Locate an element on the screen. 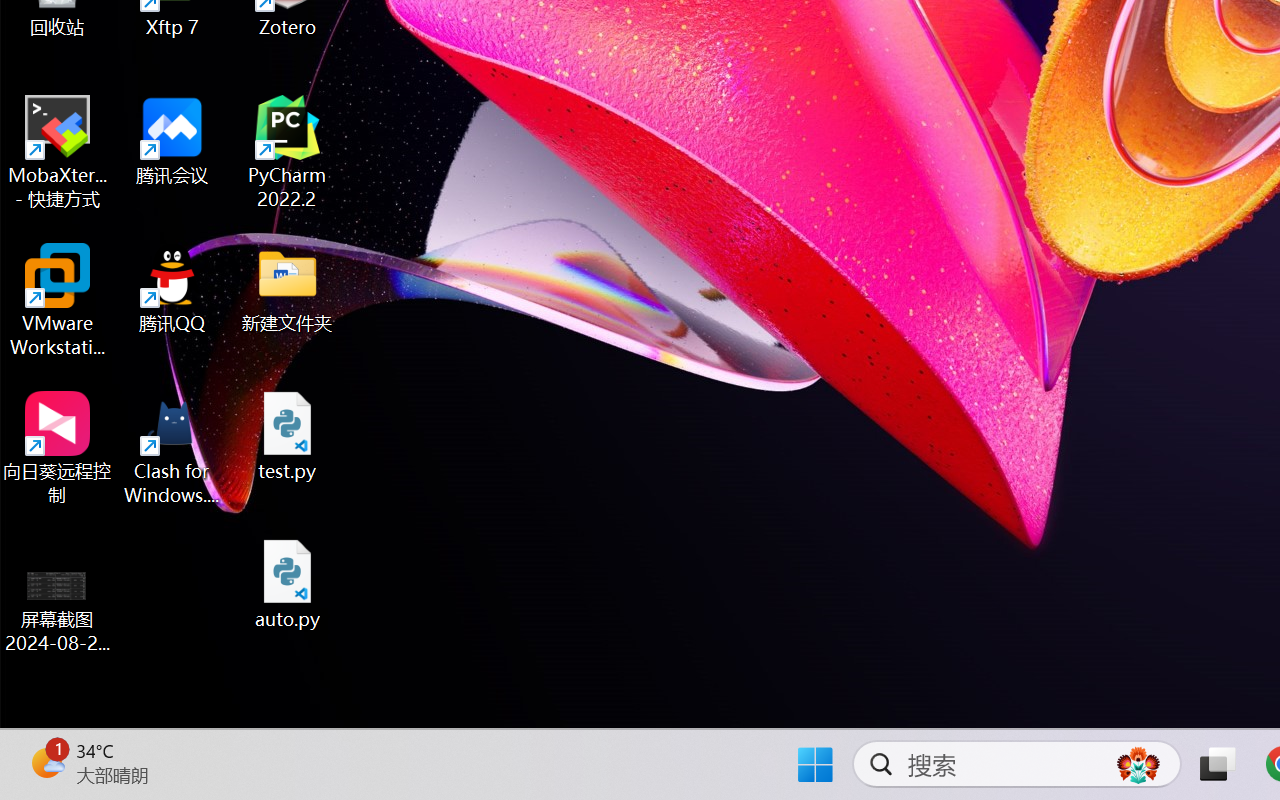  'auto.py' is located at coordinates (287, 583).